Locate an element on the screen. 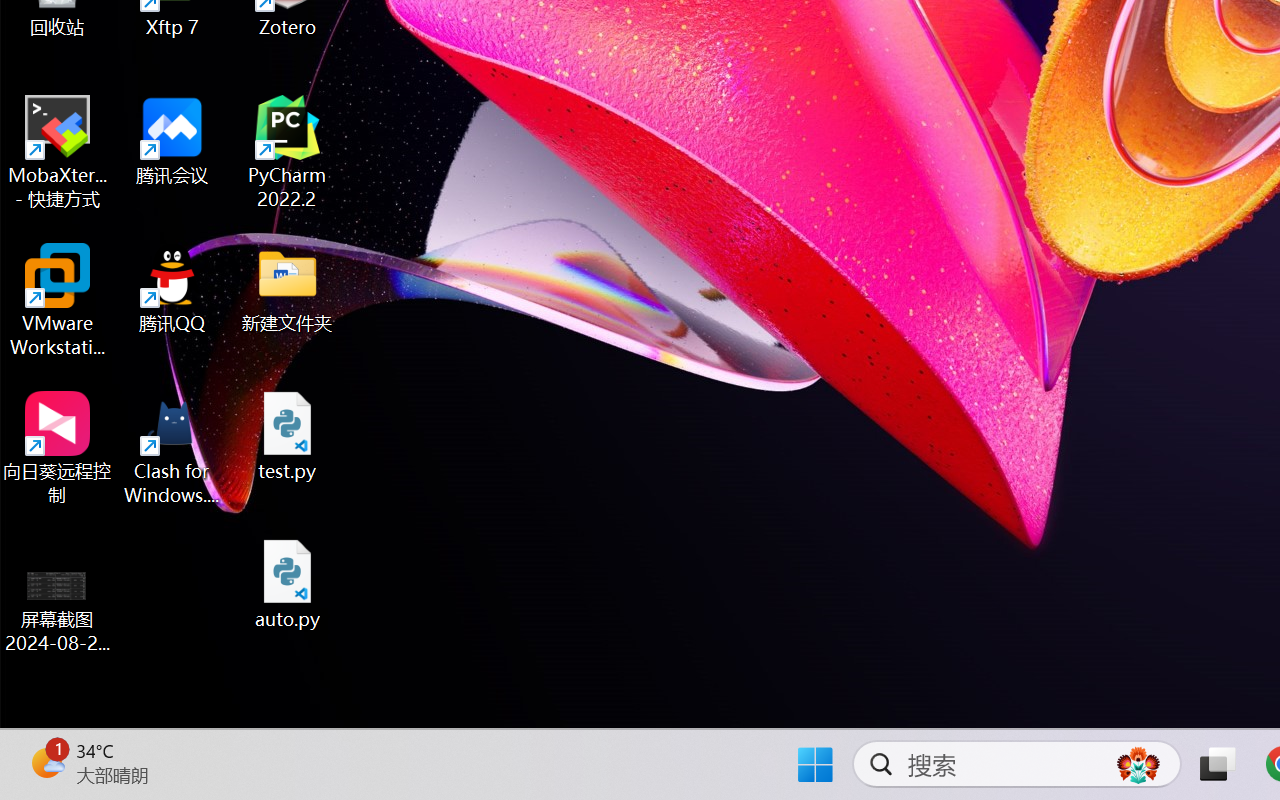  'auto.py' is located at coordinates (287, 583).